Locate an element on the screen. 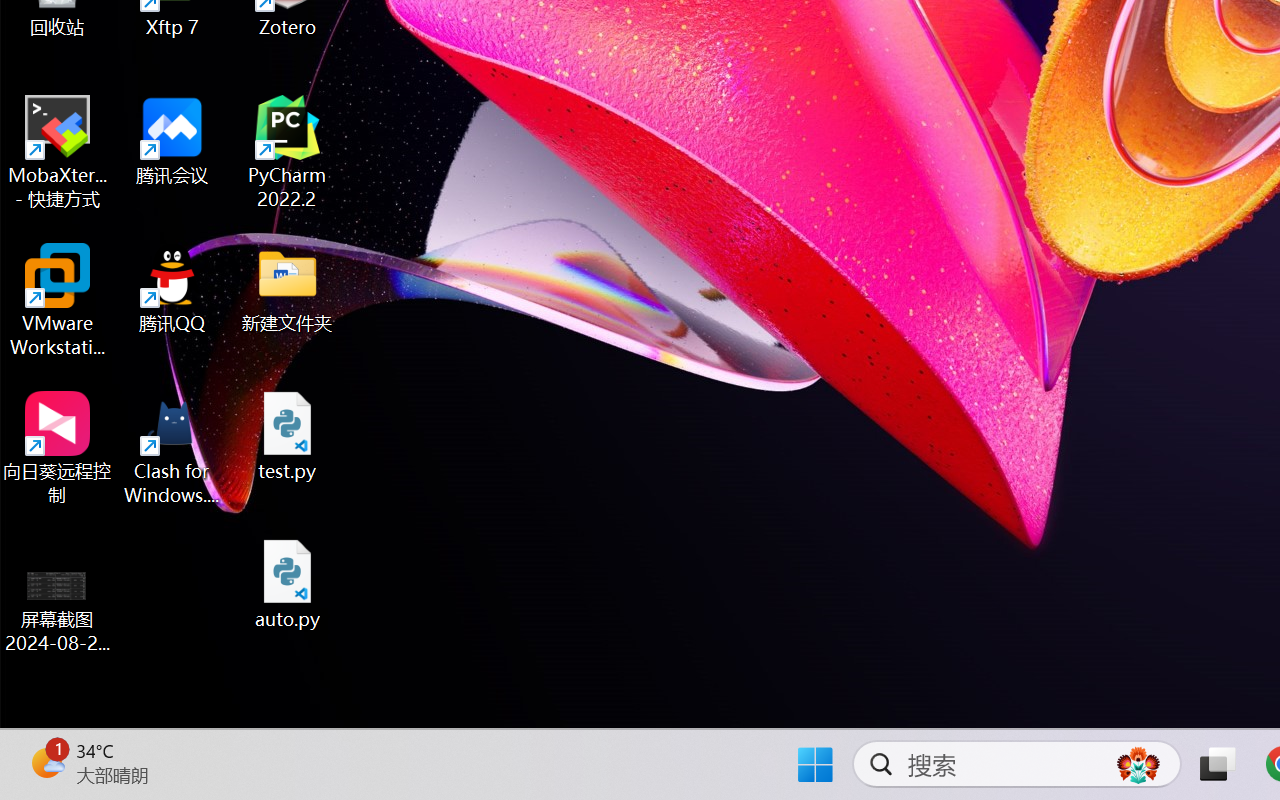  'auto.py' is located at coordinates (287, 583).